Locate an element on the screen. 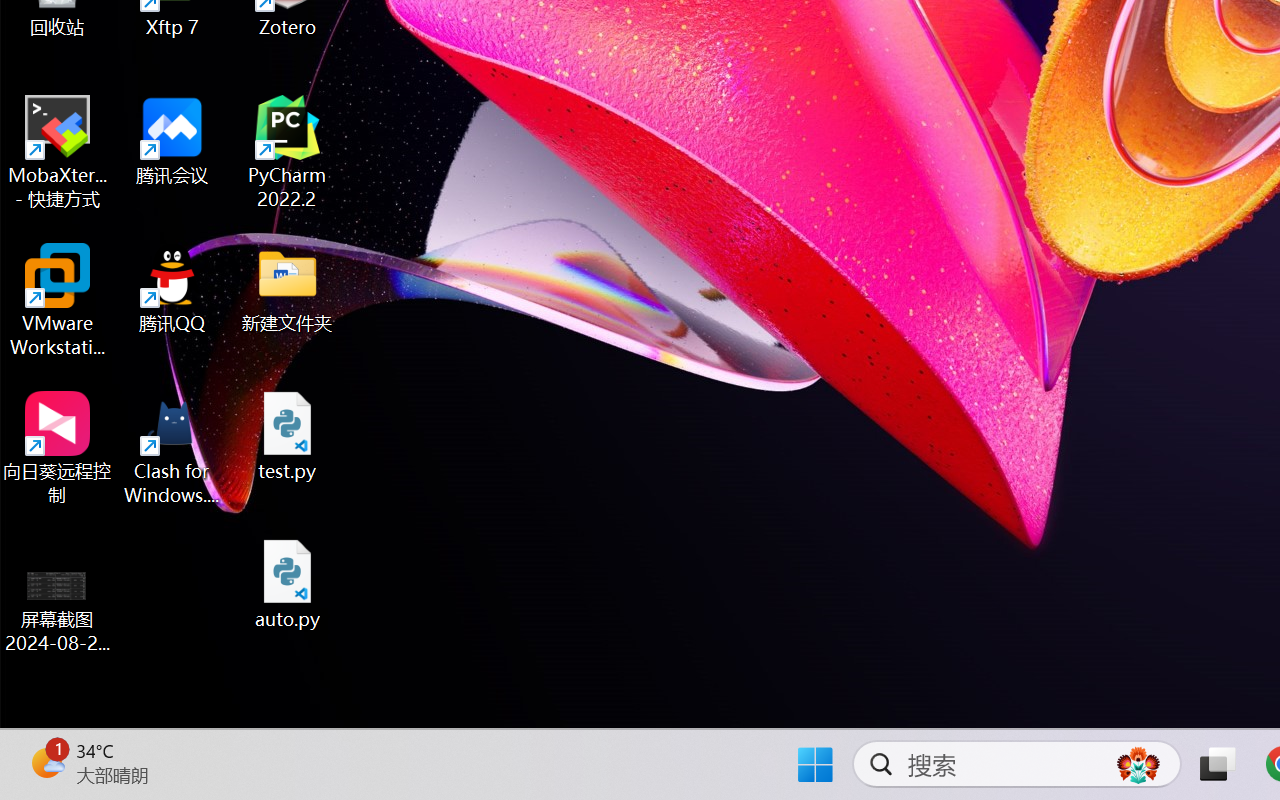  'auto.py' is located at coordinates (287, 583).